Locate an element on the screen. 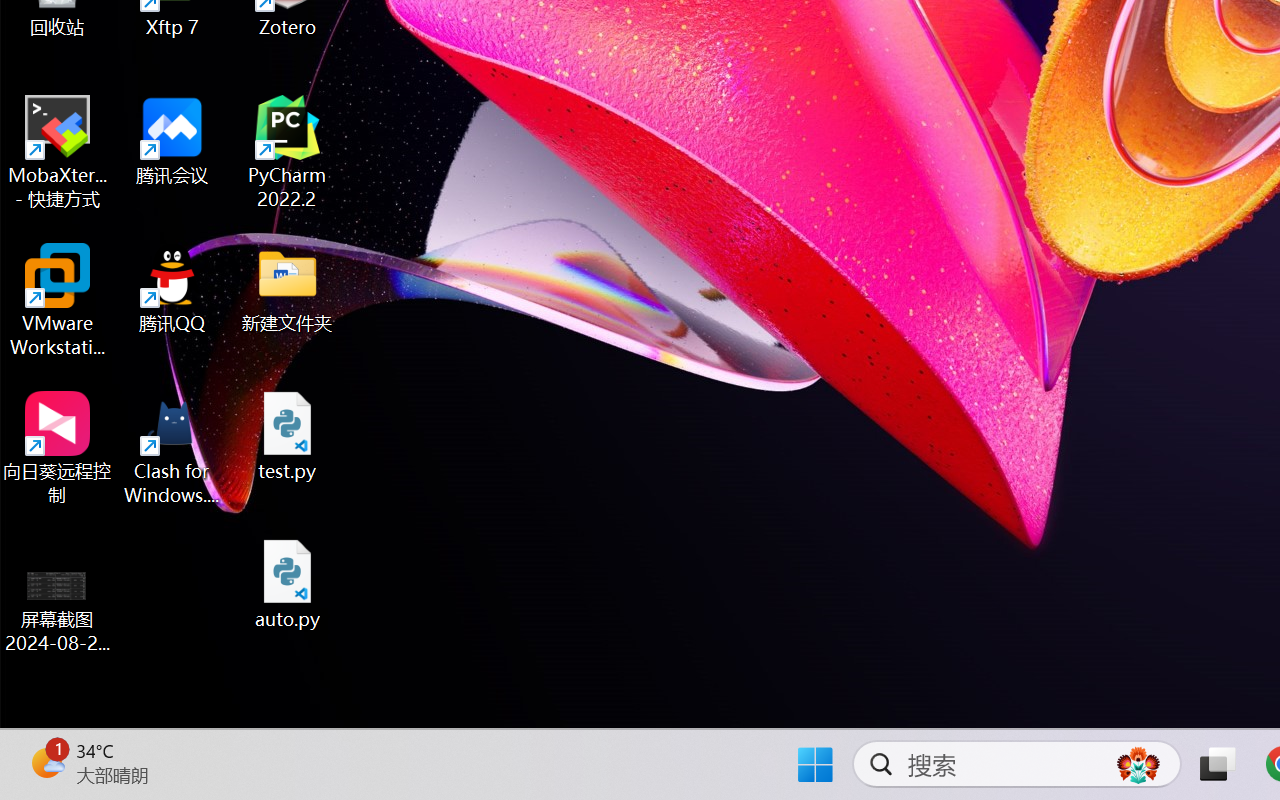  'auto.py' is located at coordinates (287, 583).